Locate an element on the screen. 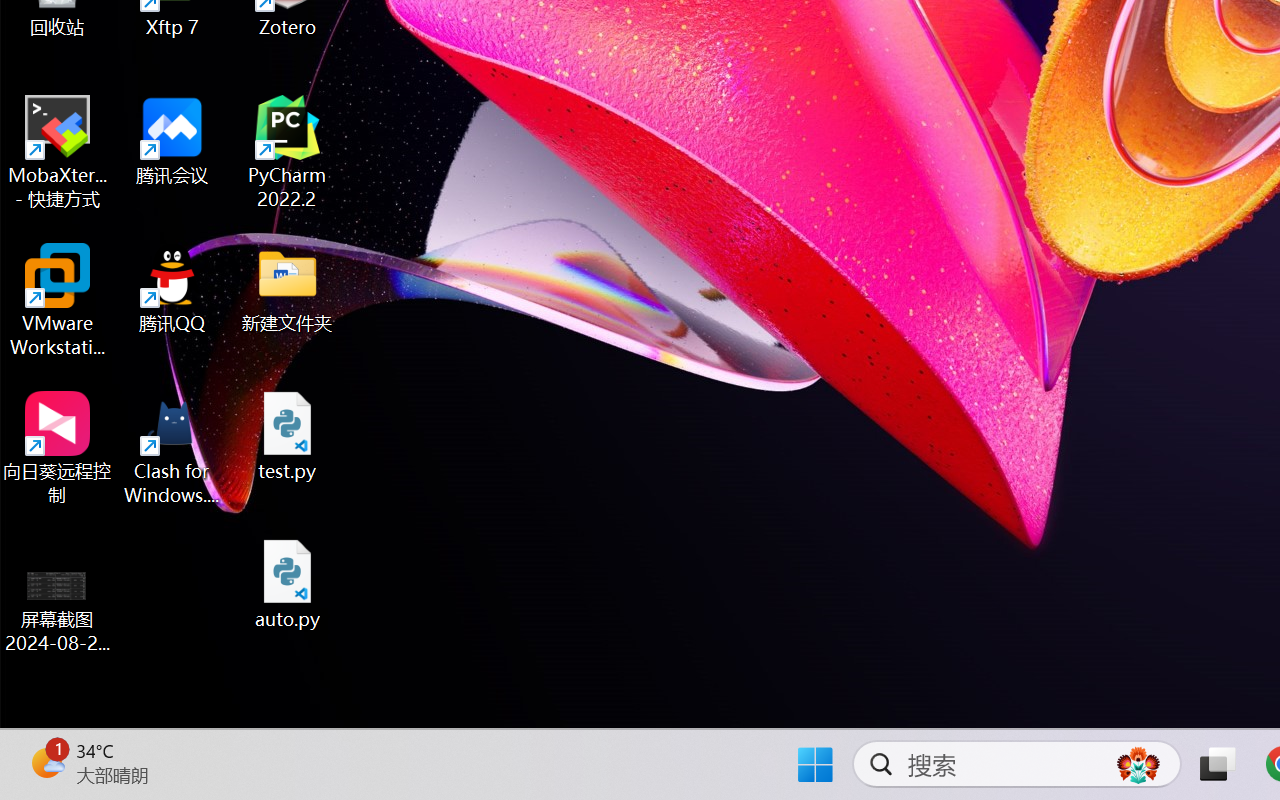  'auto.py' is located at coordinates (287, 583).